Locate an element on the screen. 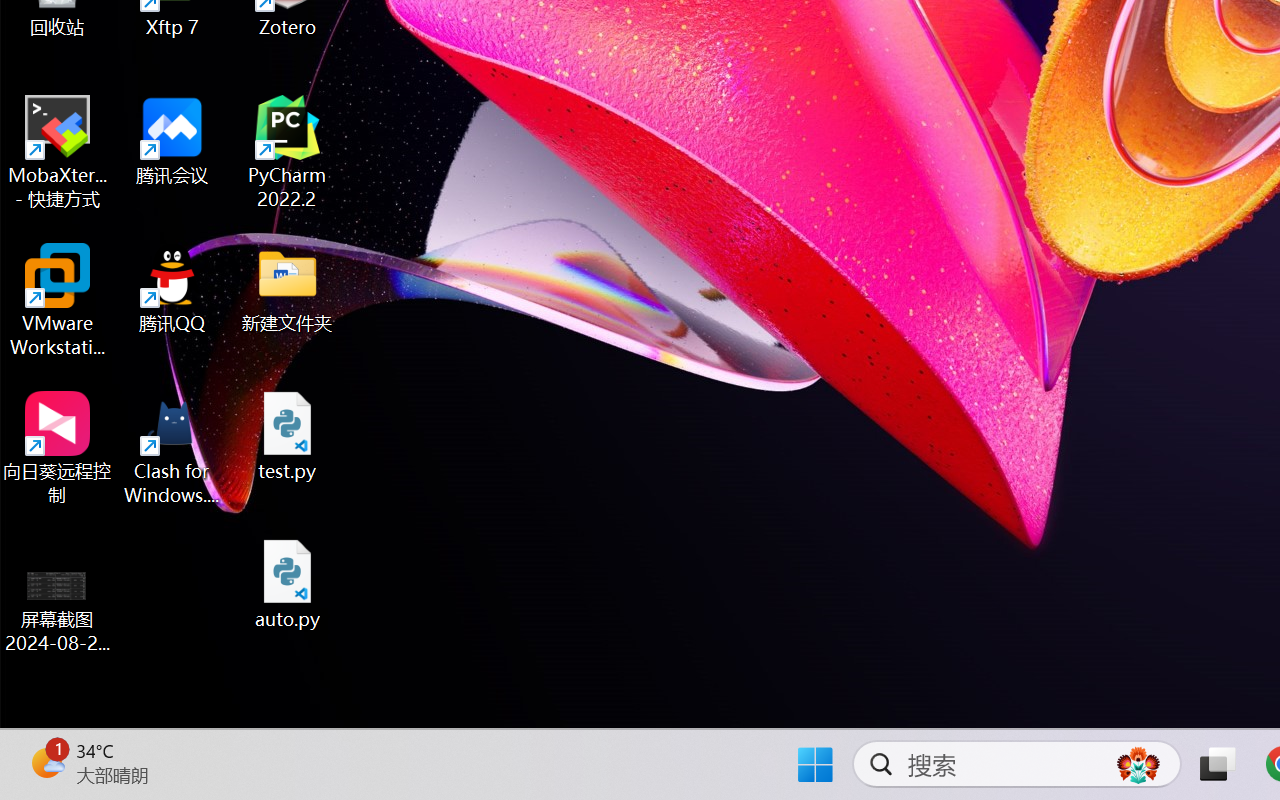  'auto.py' is located at coordinates (287, 583).